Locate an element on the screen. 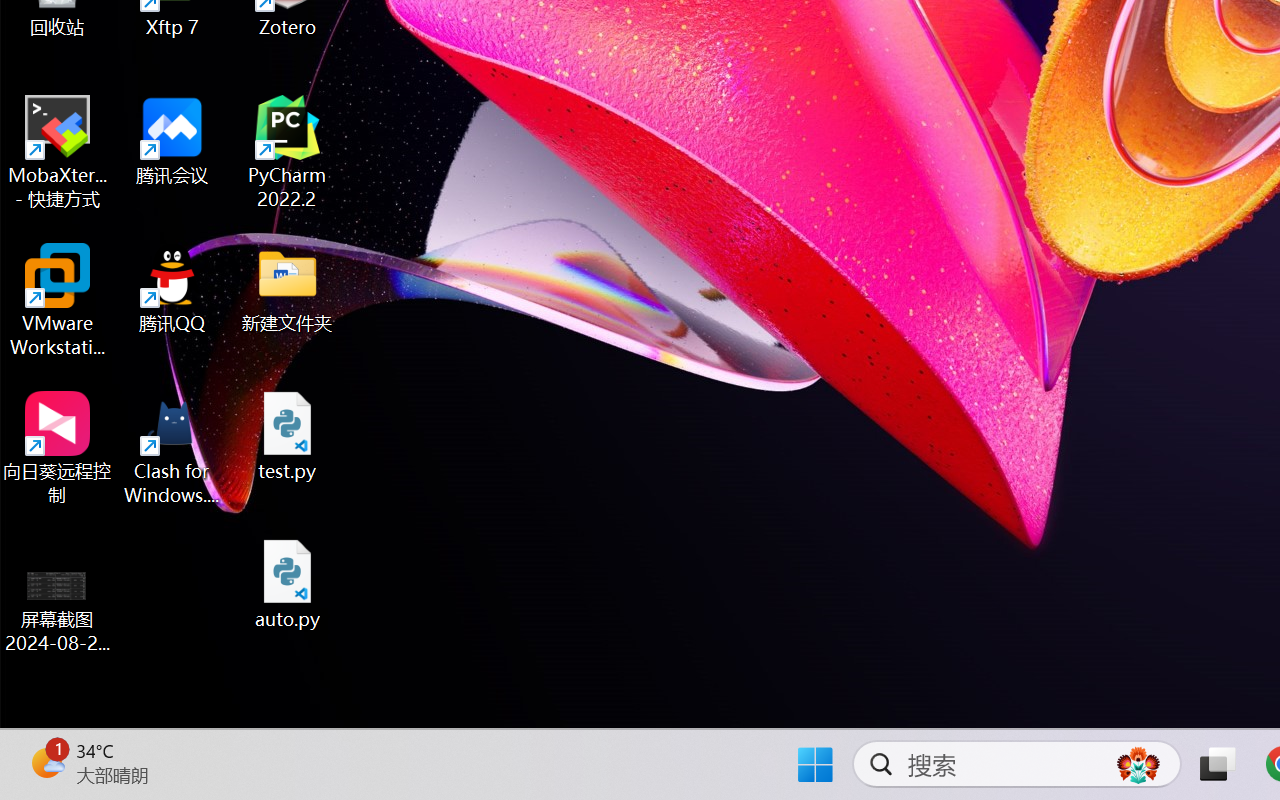  'auto.py' is located at coordinates (287, 583).